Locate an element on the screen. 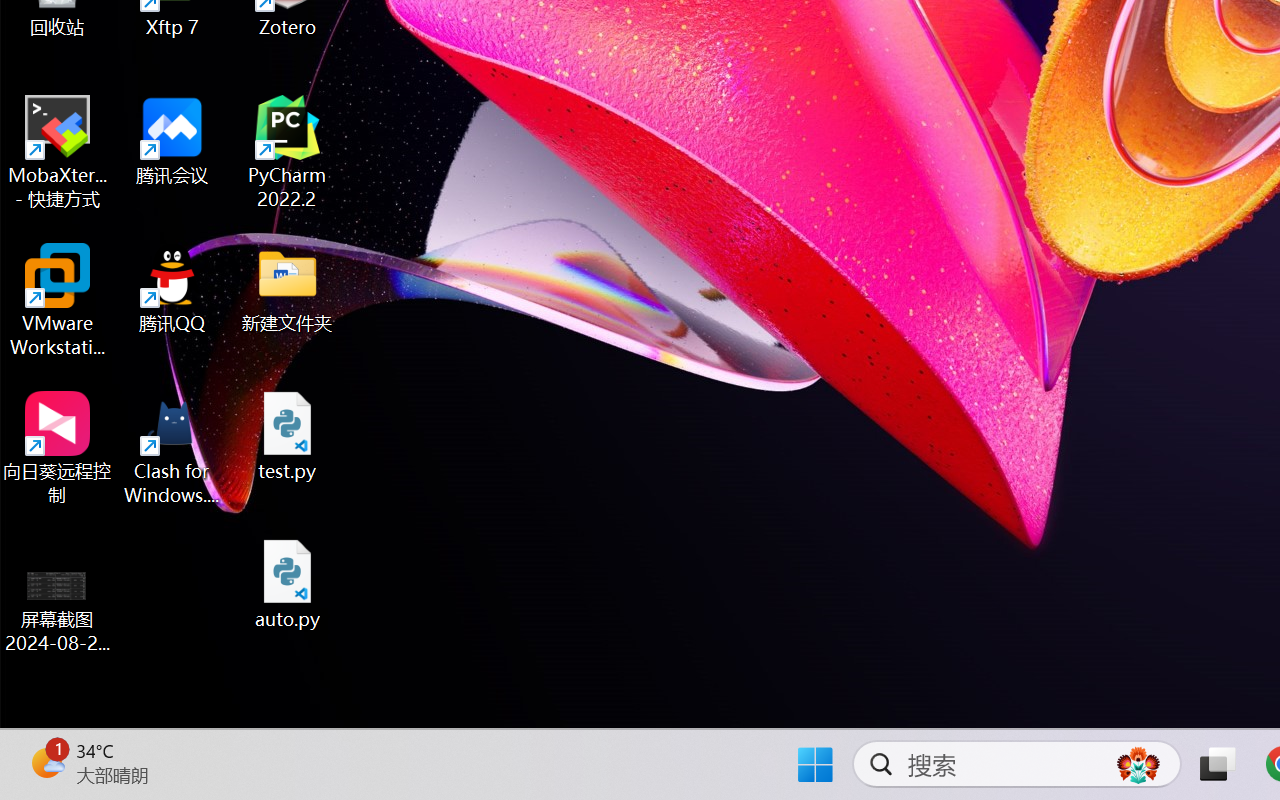  'auto.py' is located at coordinates (287, 583).